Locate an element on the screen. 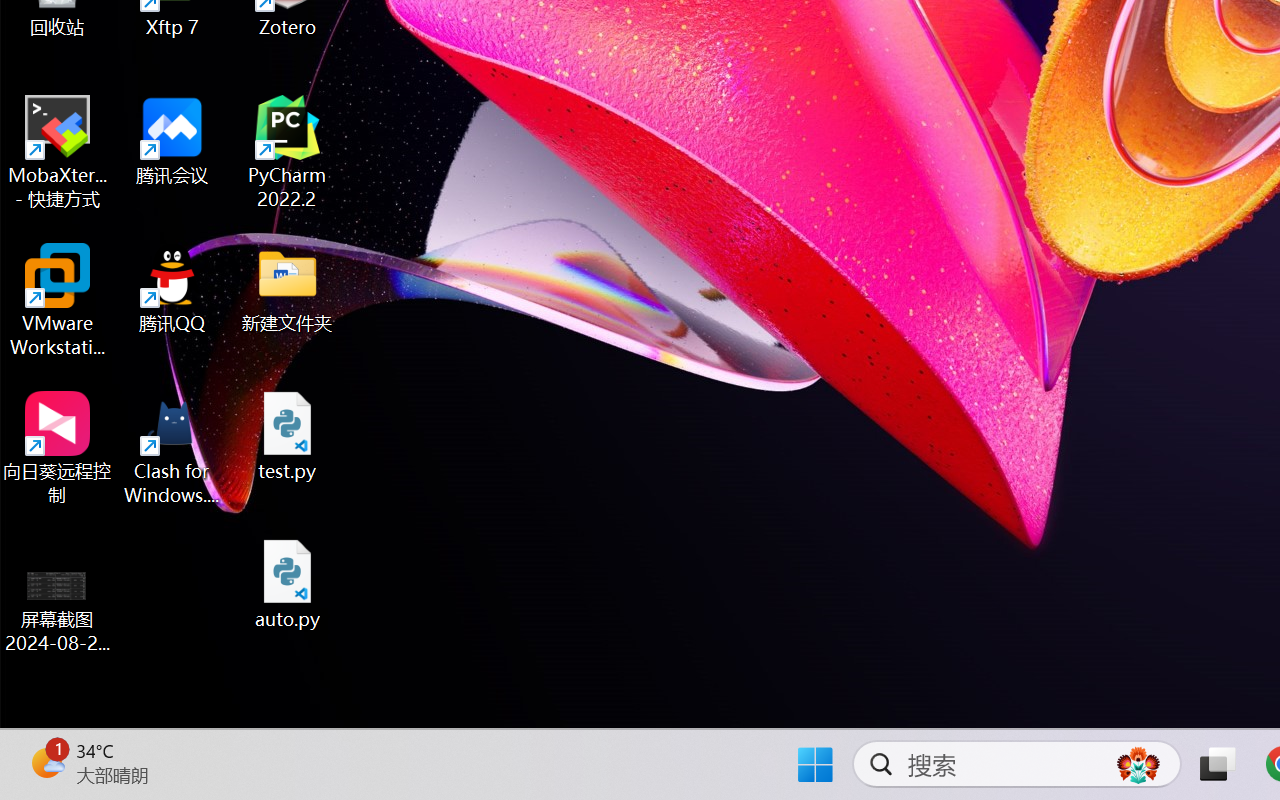  'auto.py' is located at coordinates (287, 583).